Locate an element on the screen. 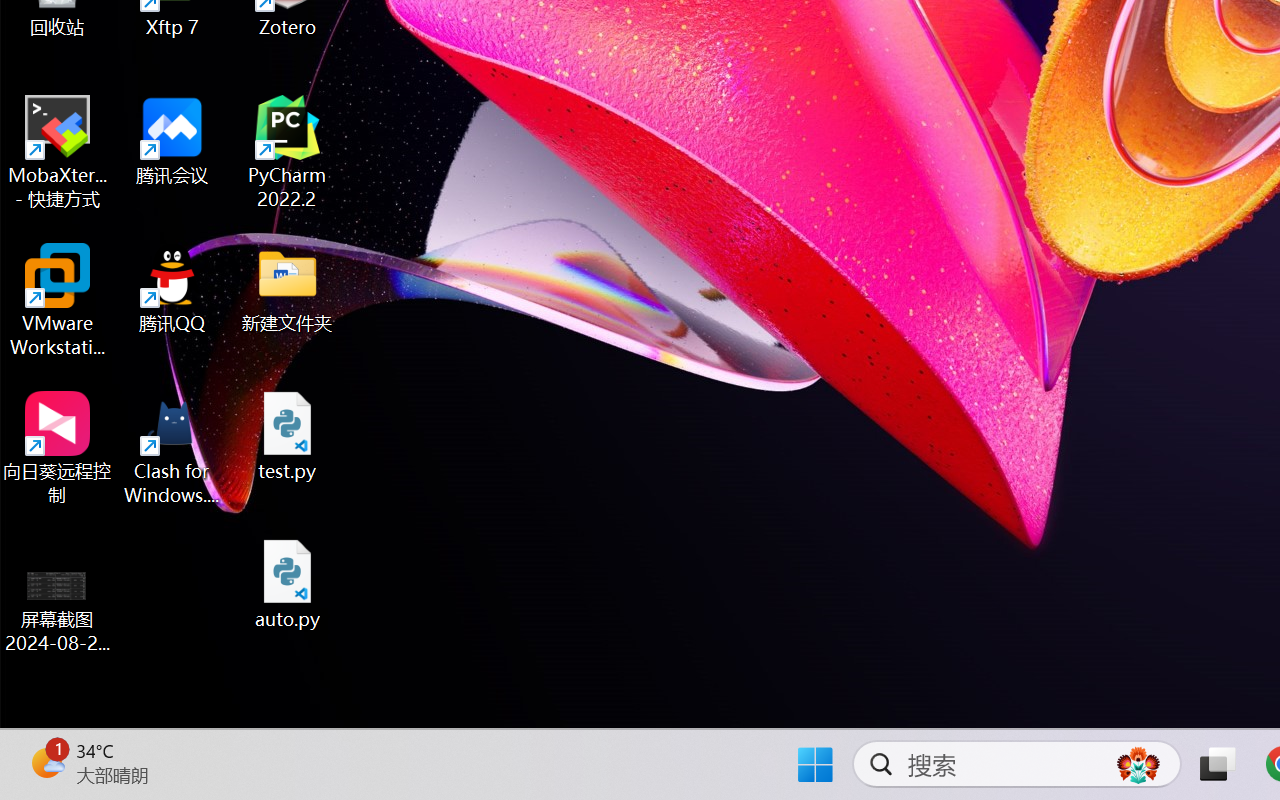  'auto.py' is located at coordinates (287, 583).